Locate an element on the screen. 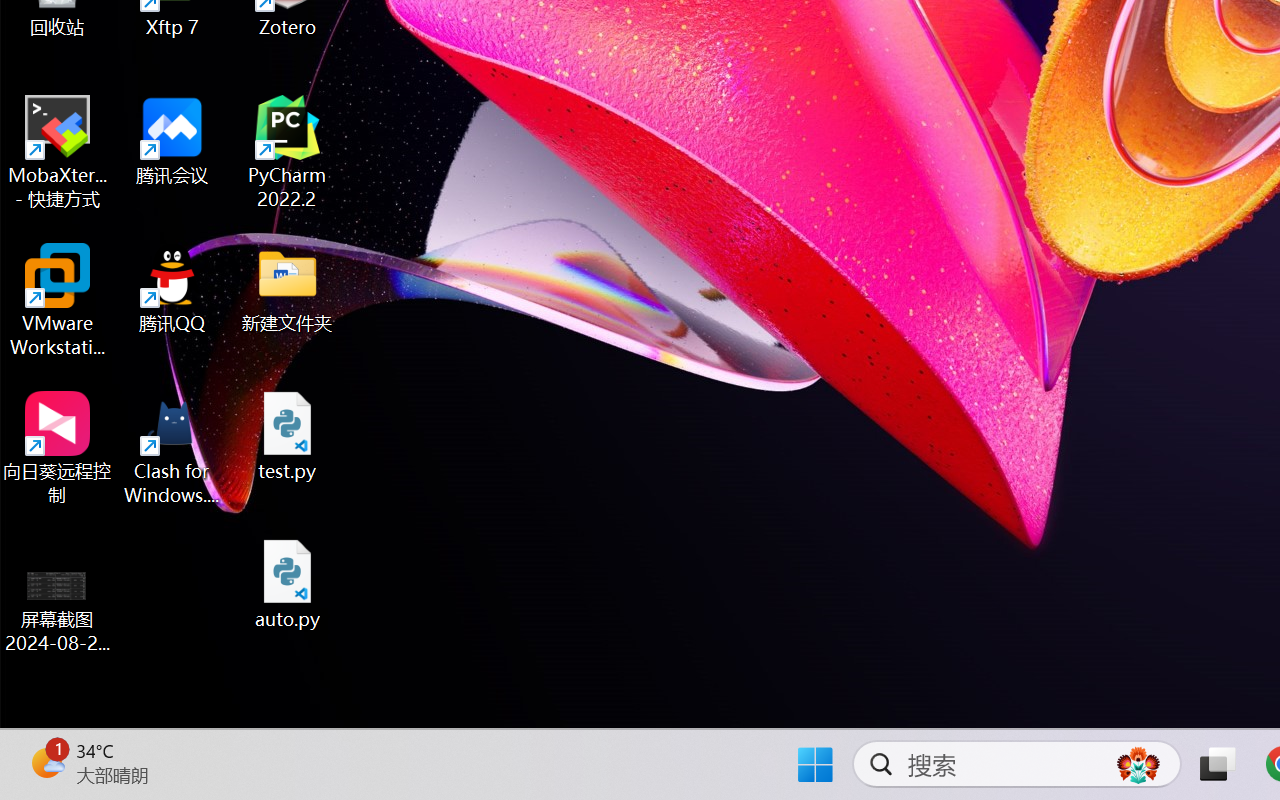  'auto.py' is located at coordinates (287, 583).